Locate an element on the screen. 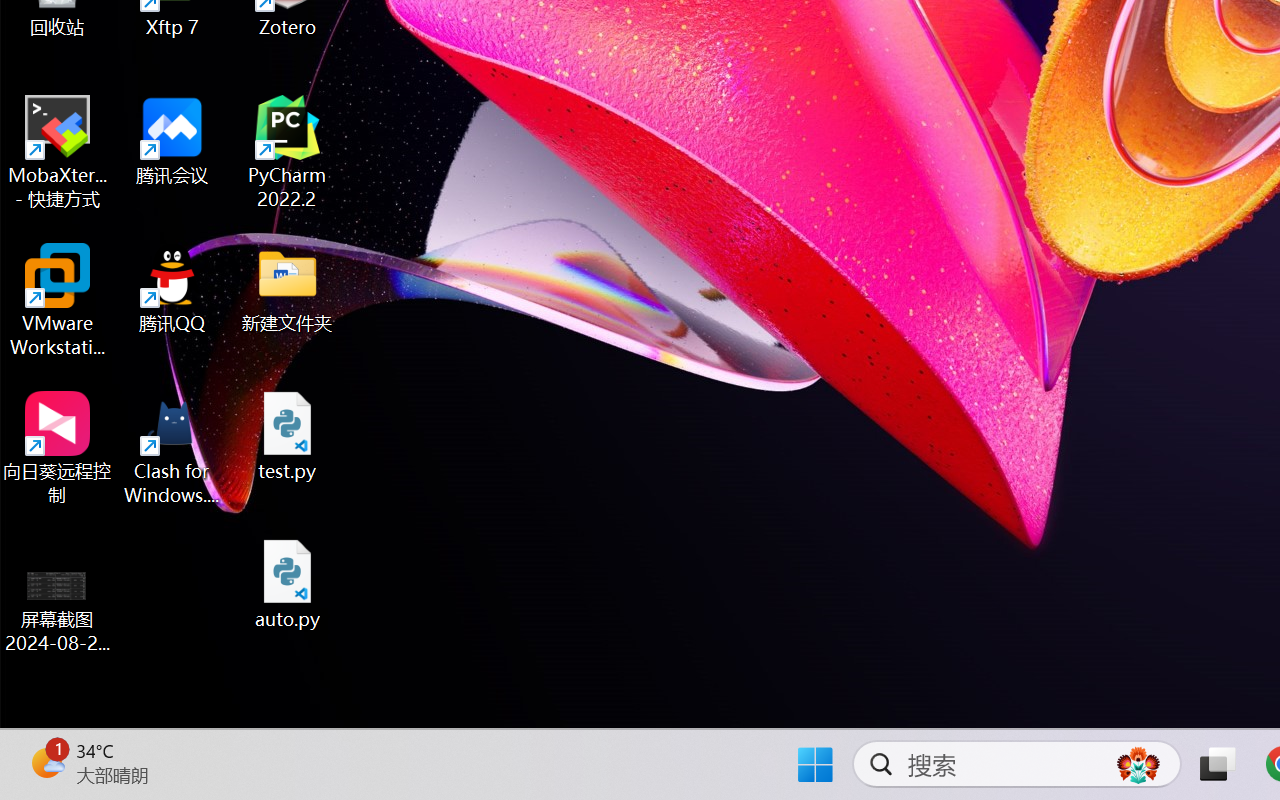  'auto.py' is located at coordinates (287, 583).